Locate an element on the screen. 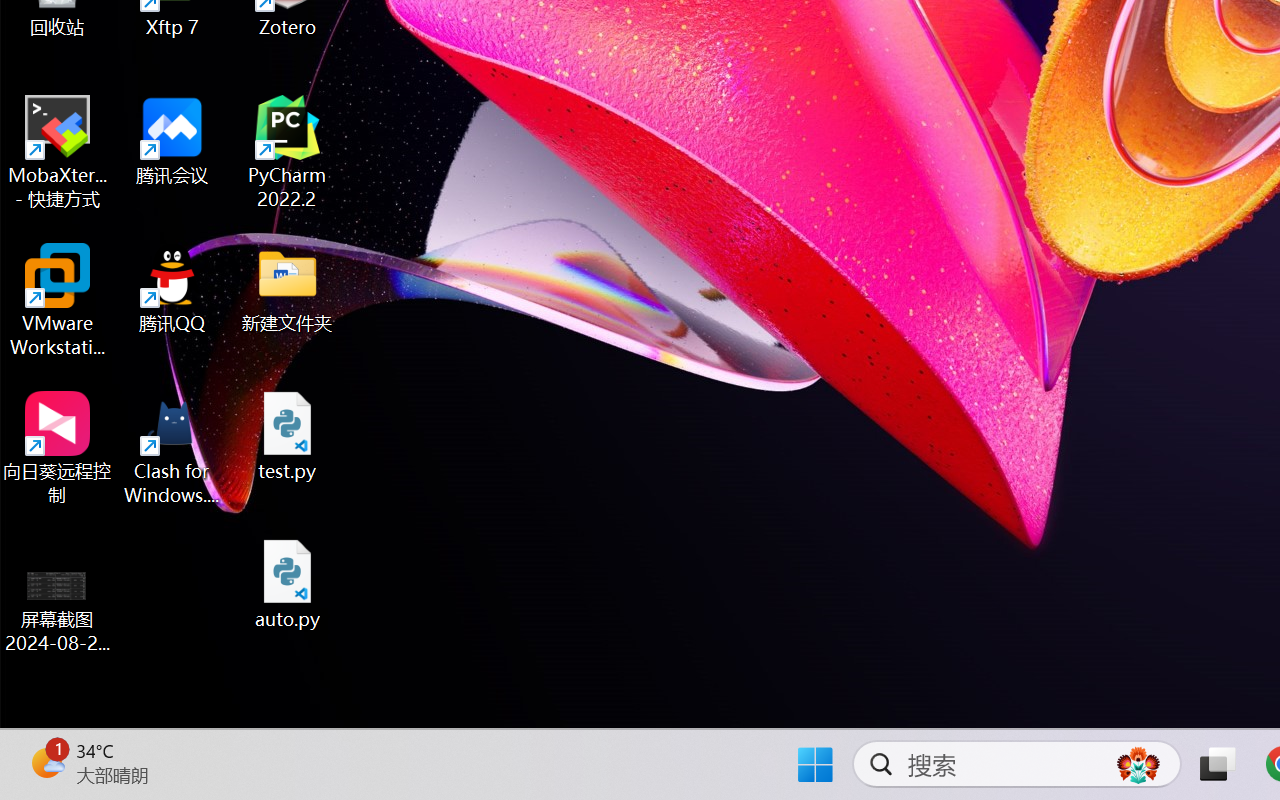  'auto.py' is located at coordinates (287, 583).